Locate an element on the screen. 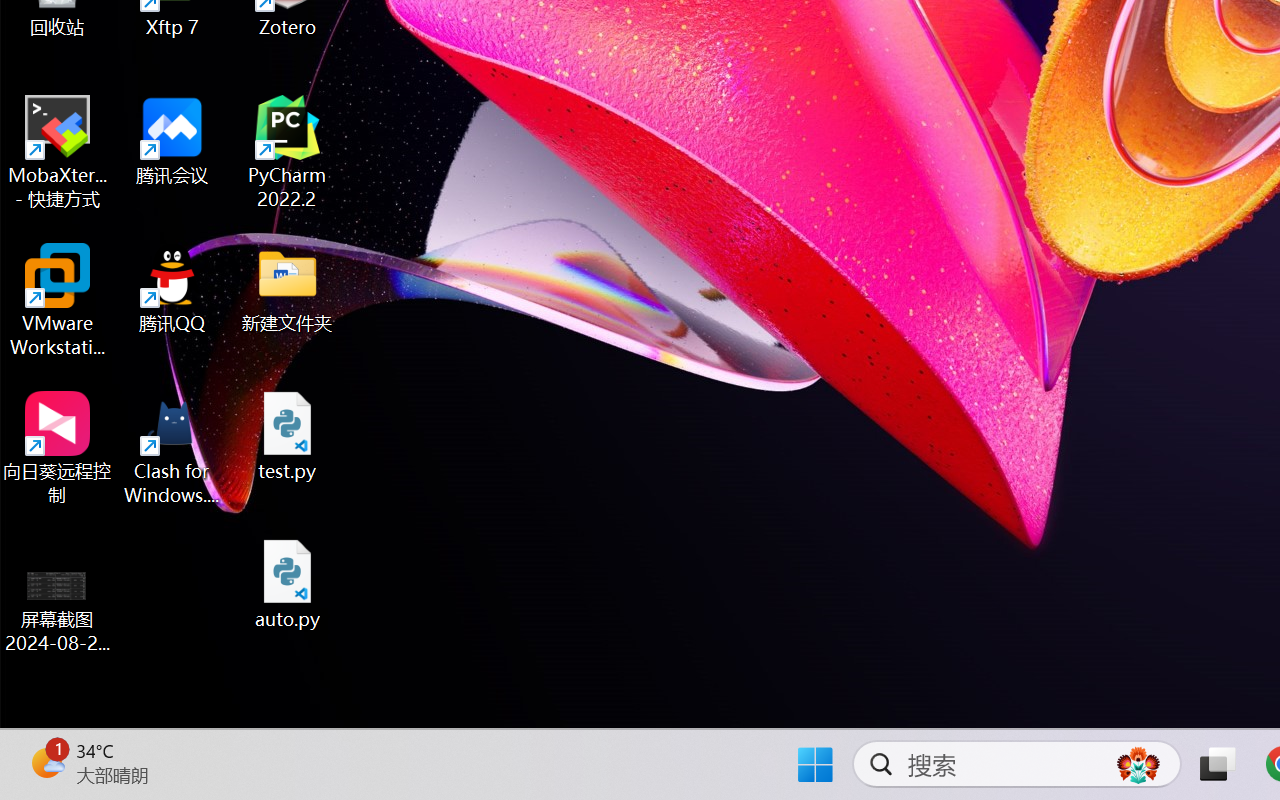  'auto.py' is located at coordinates (287, 583).